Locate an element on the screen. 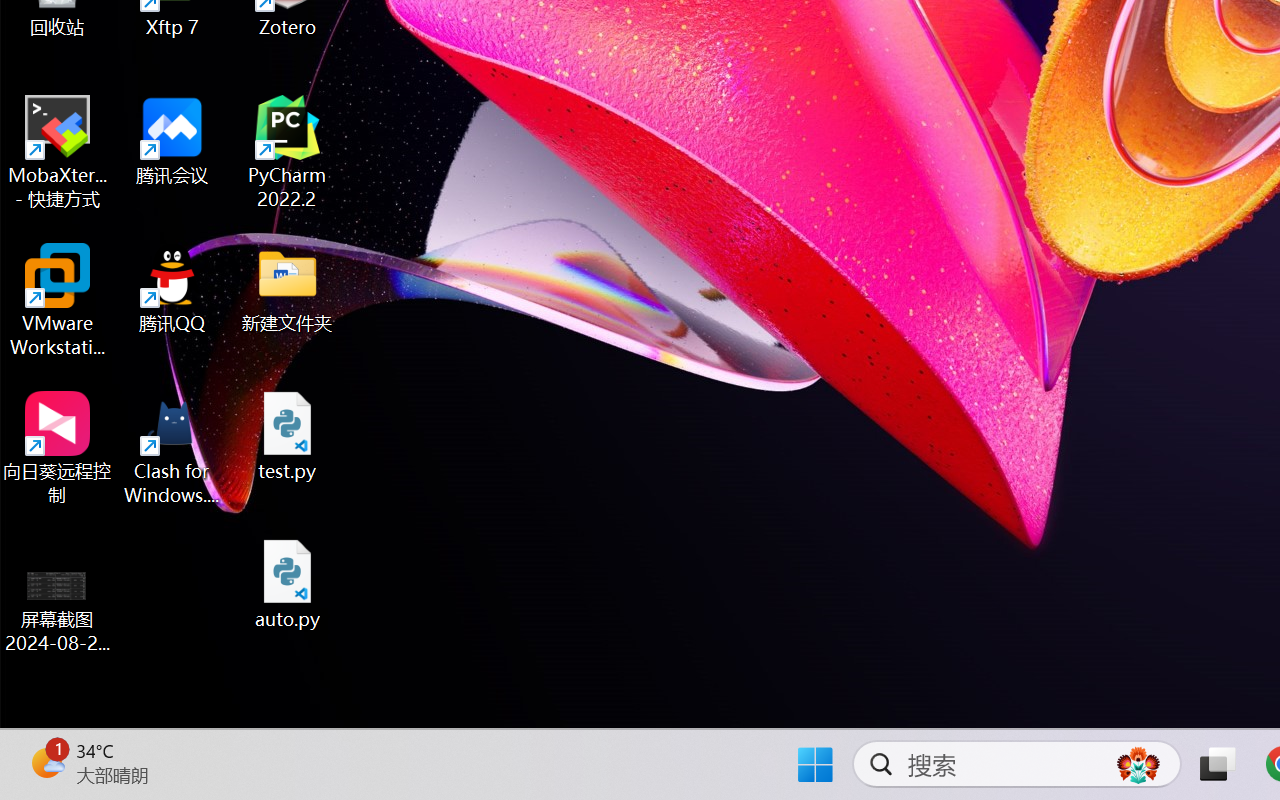  'auto.py' is located at coordinates (287, 583).